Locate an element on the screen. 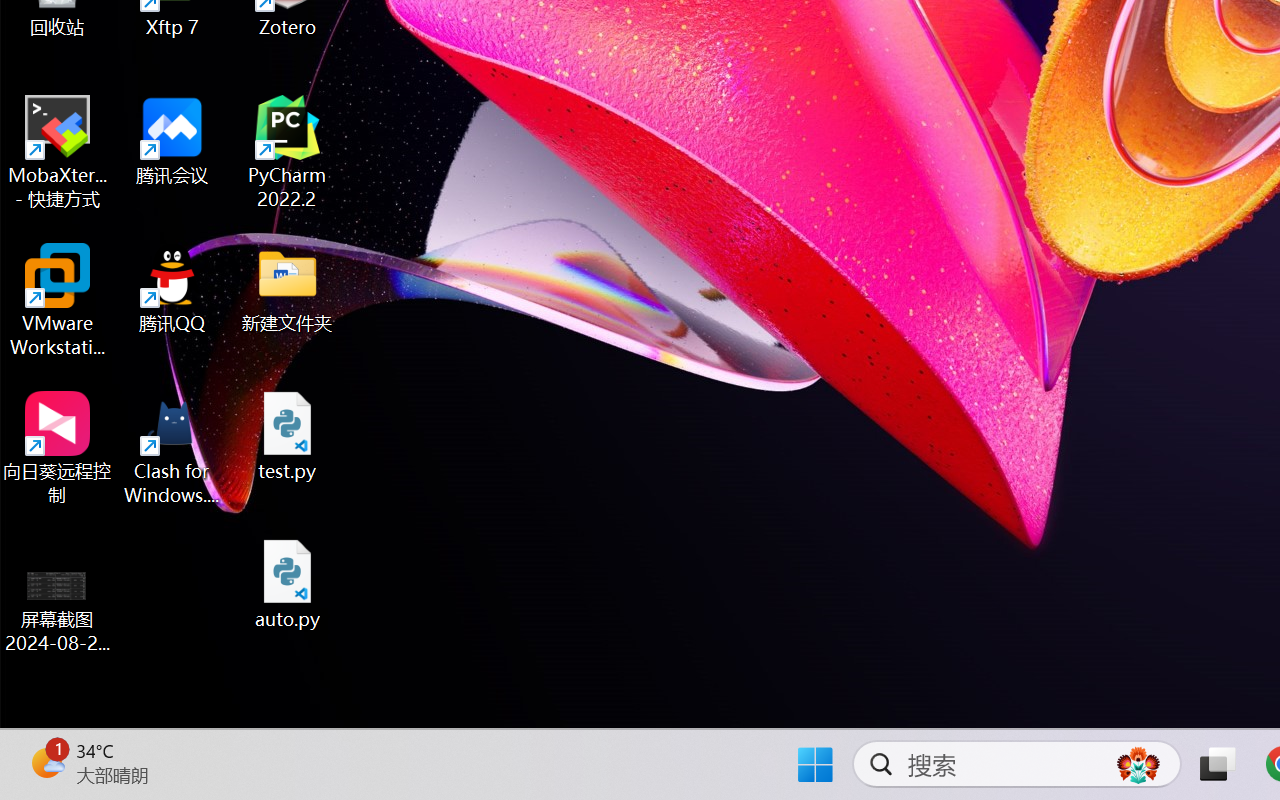  'auto.py' is located at coordinates (287, 583).